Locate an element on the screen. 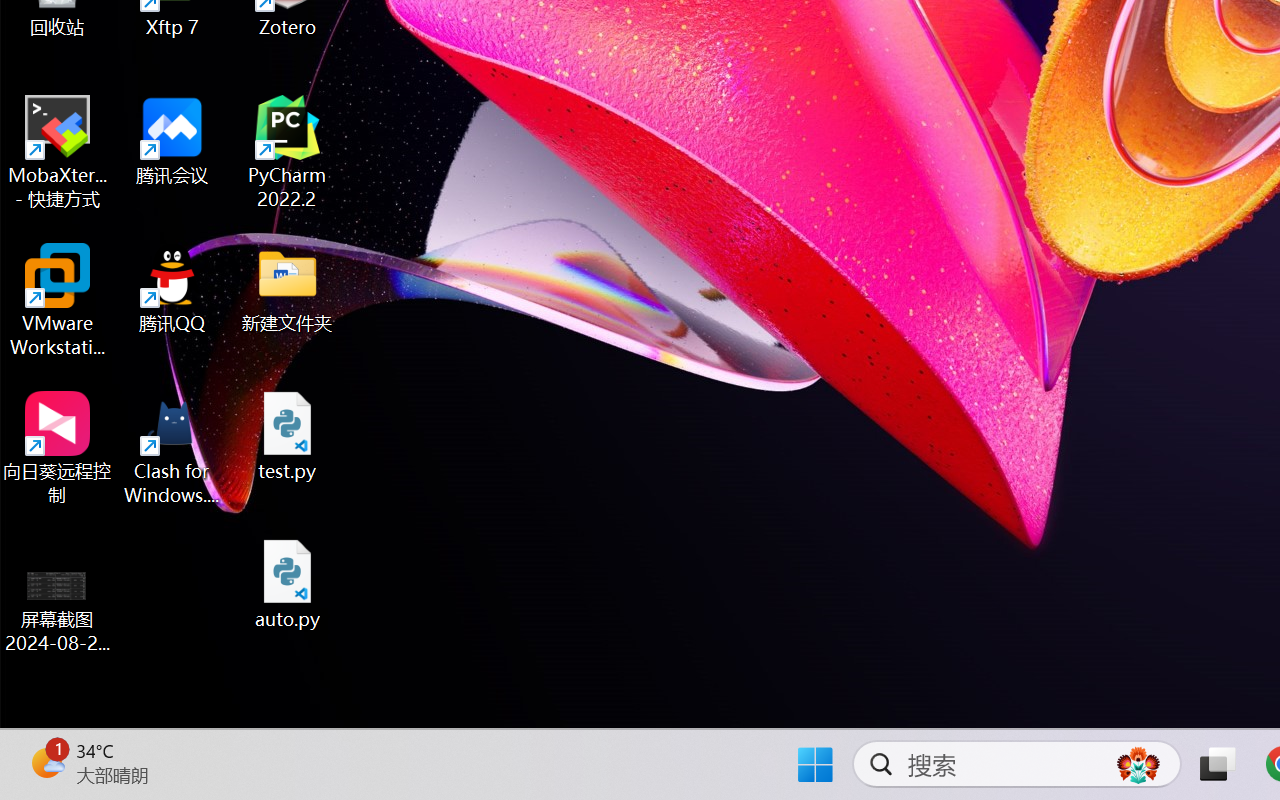  'auto.py' is located at coordinates (287, 583).